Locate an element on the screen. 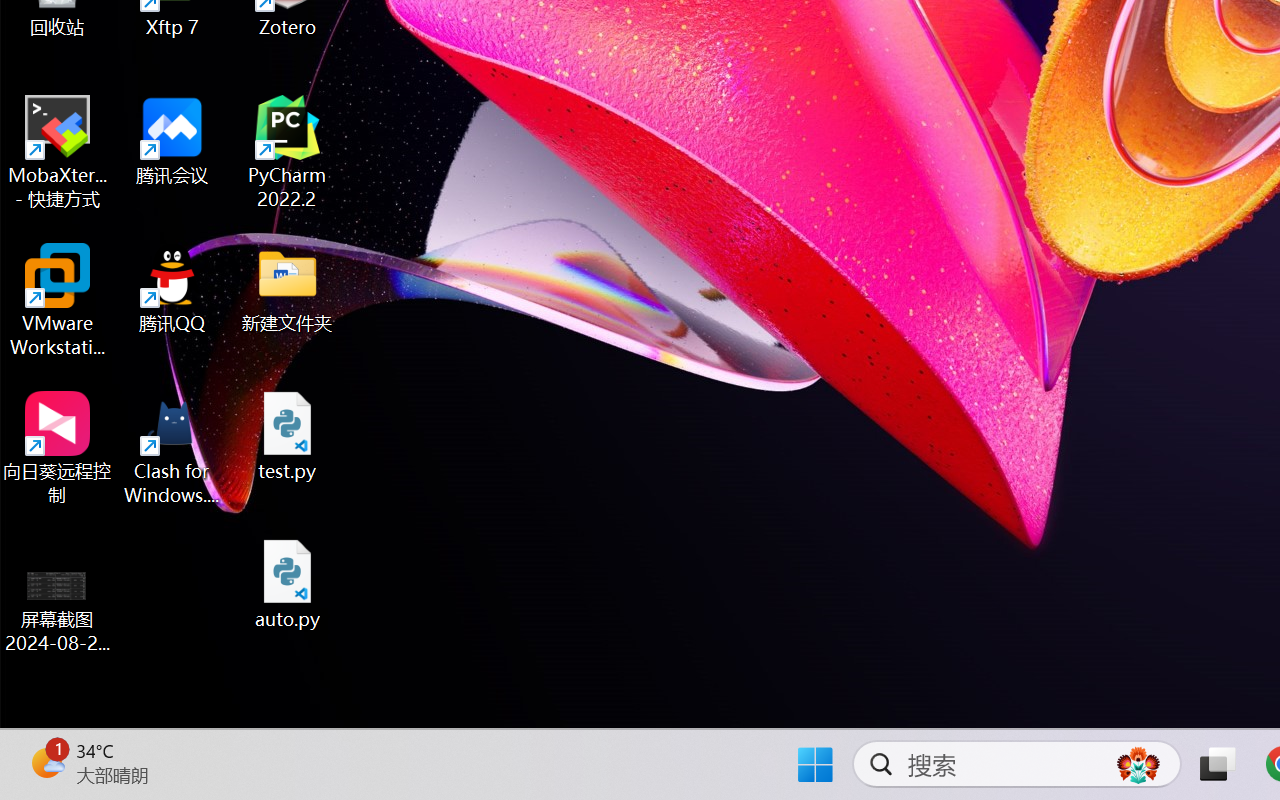  'auto.py' is located at coordinates (287, 583).